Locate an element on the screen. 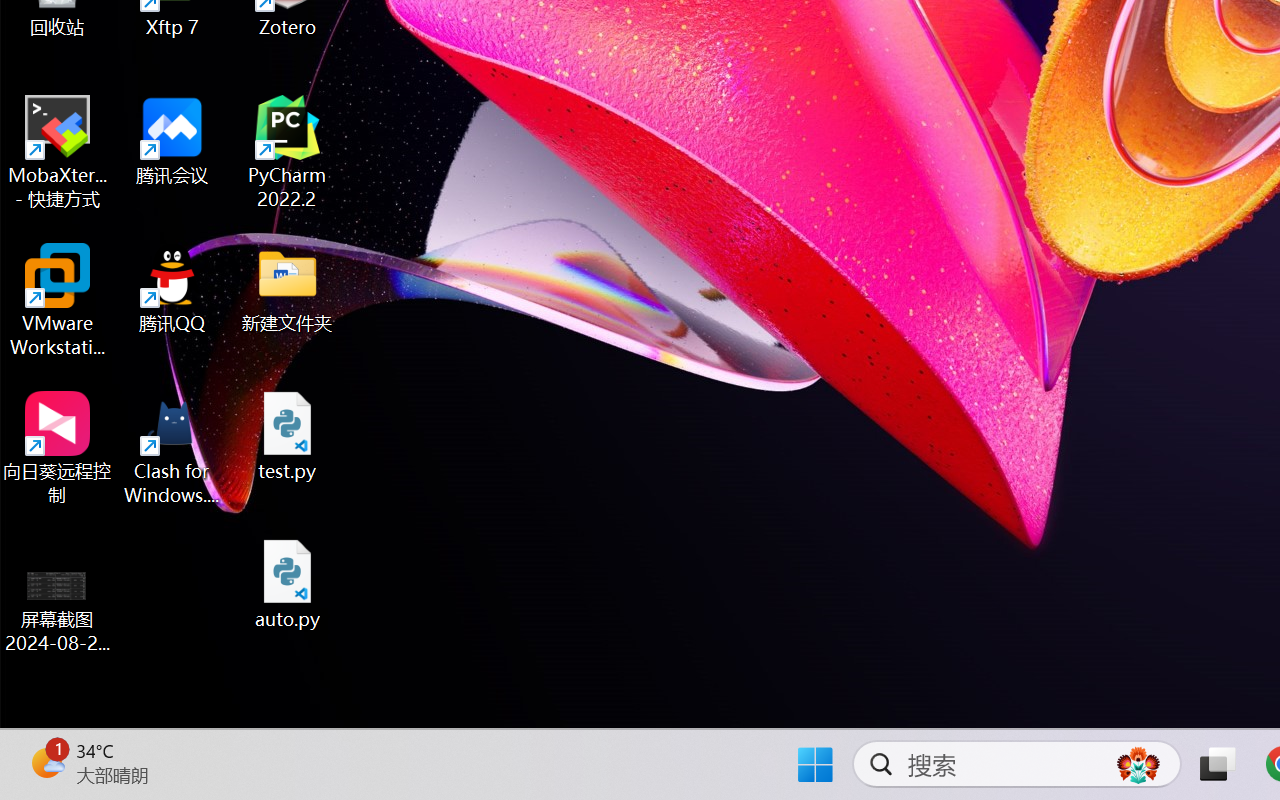  'auto.py' is located at coordinates (287, 583).